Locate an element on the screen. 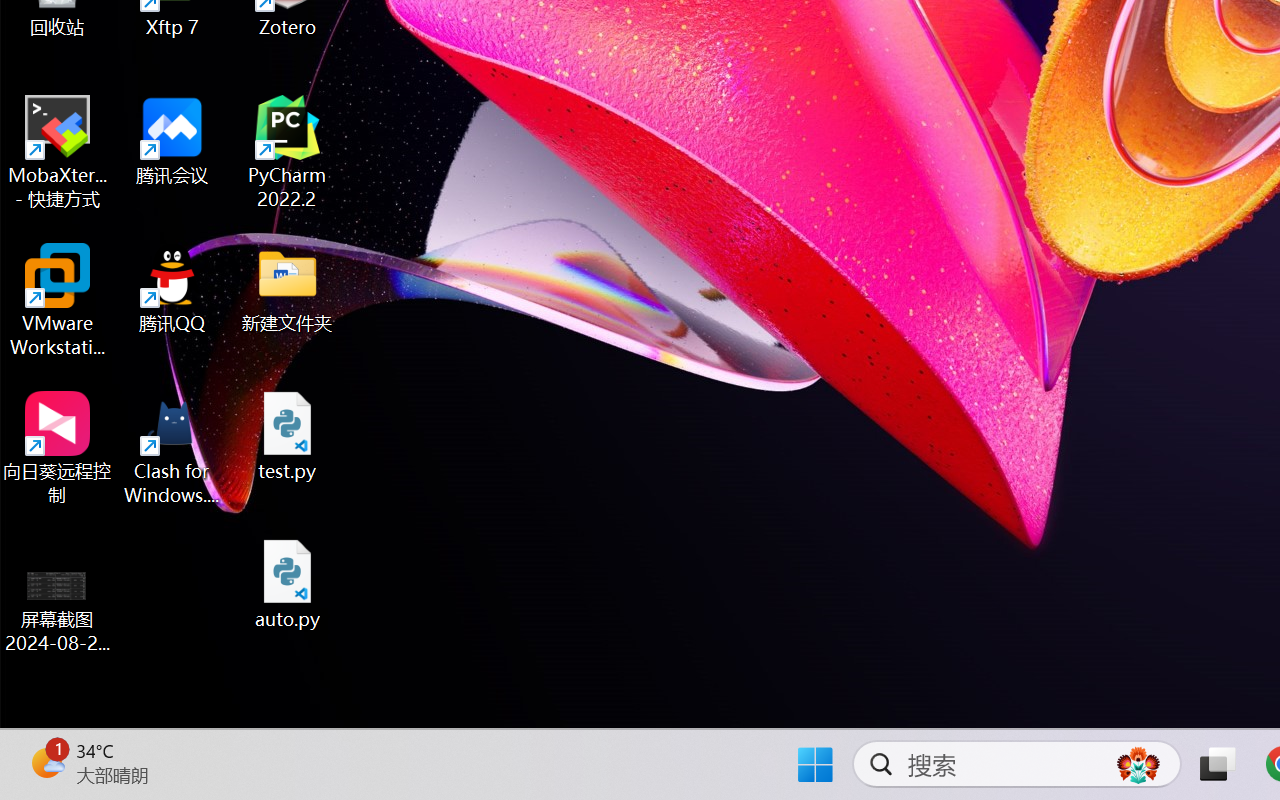  'auto.py' is located at coordinates (287, 583).